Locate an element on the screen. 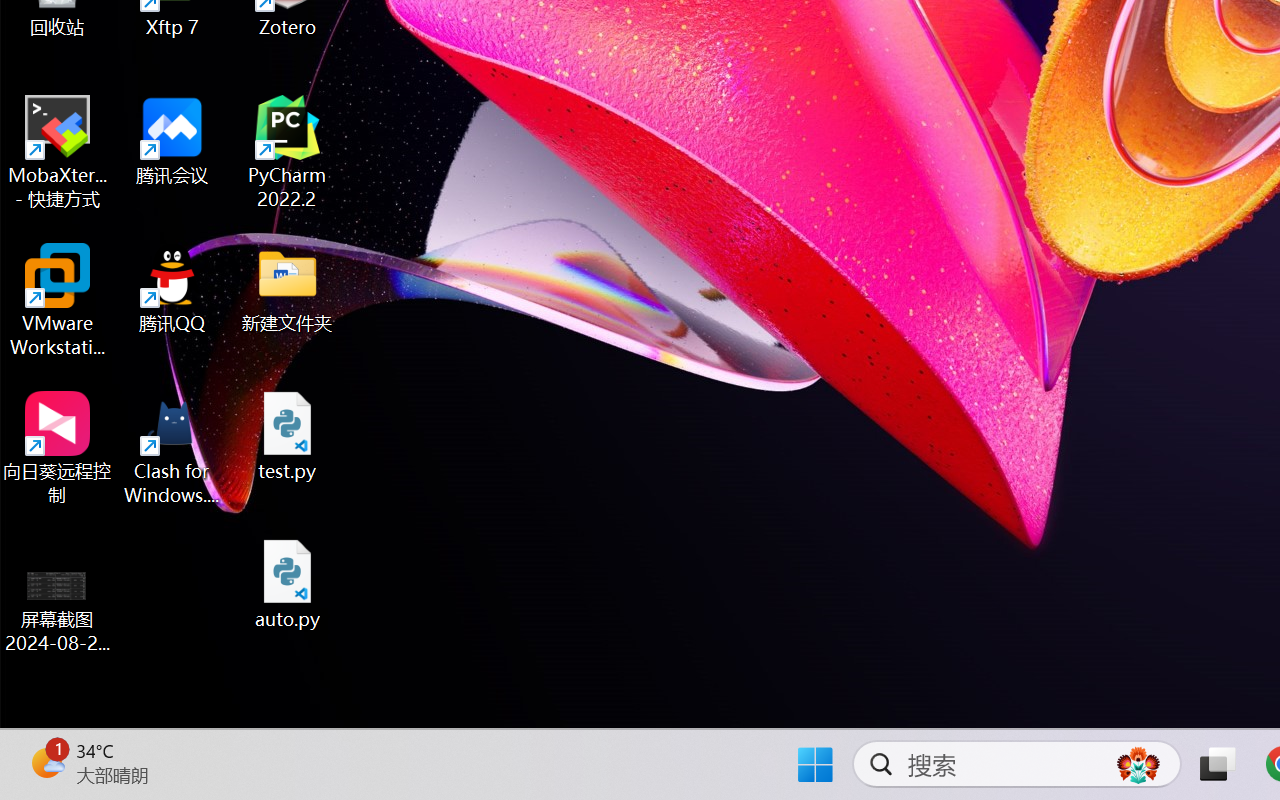  'auto.py' is located at coordinates (287, 583).